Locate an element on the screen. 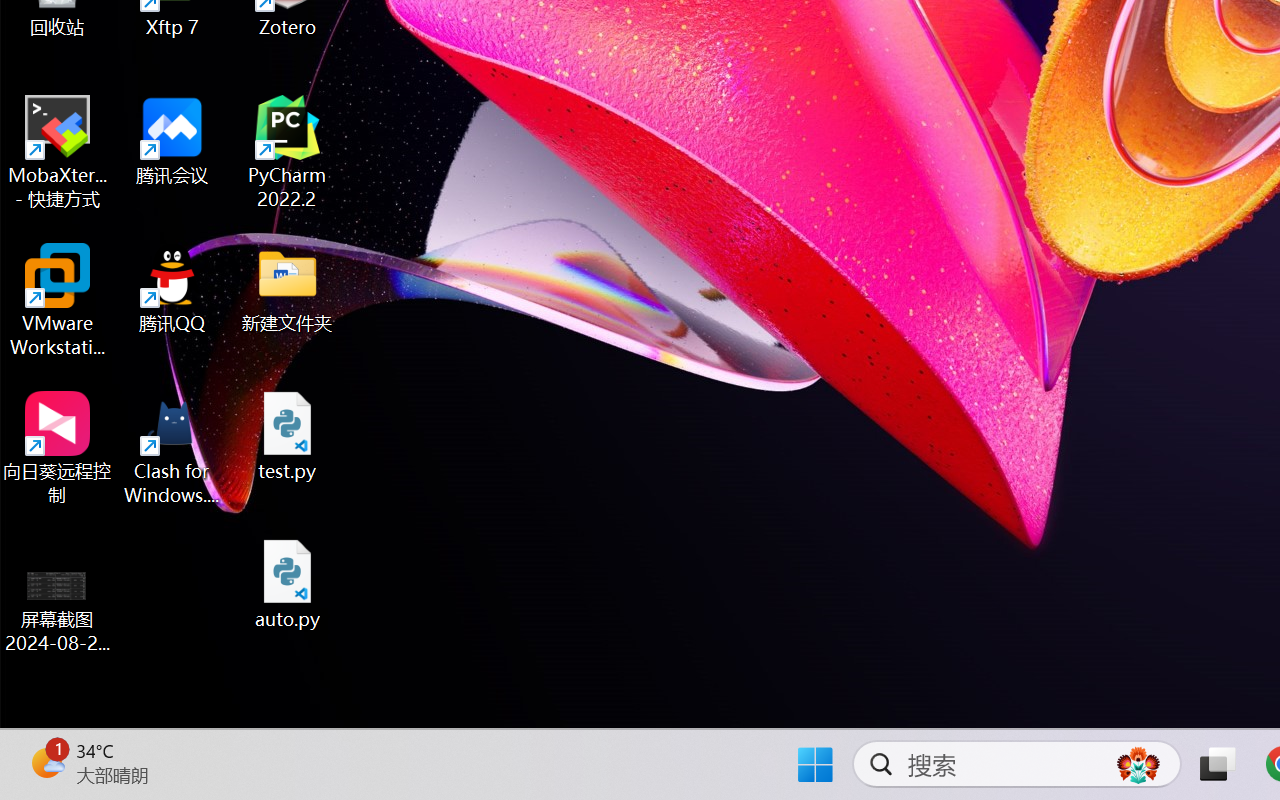  'auto.py' is located at coordinates (287, 583).